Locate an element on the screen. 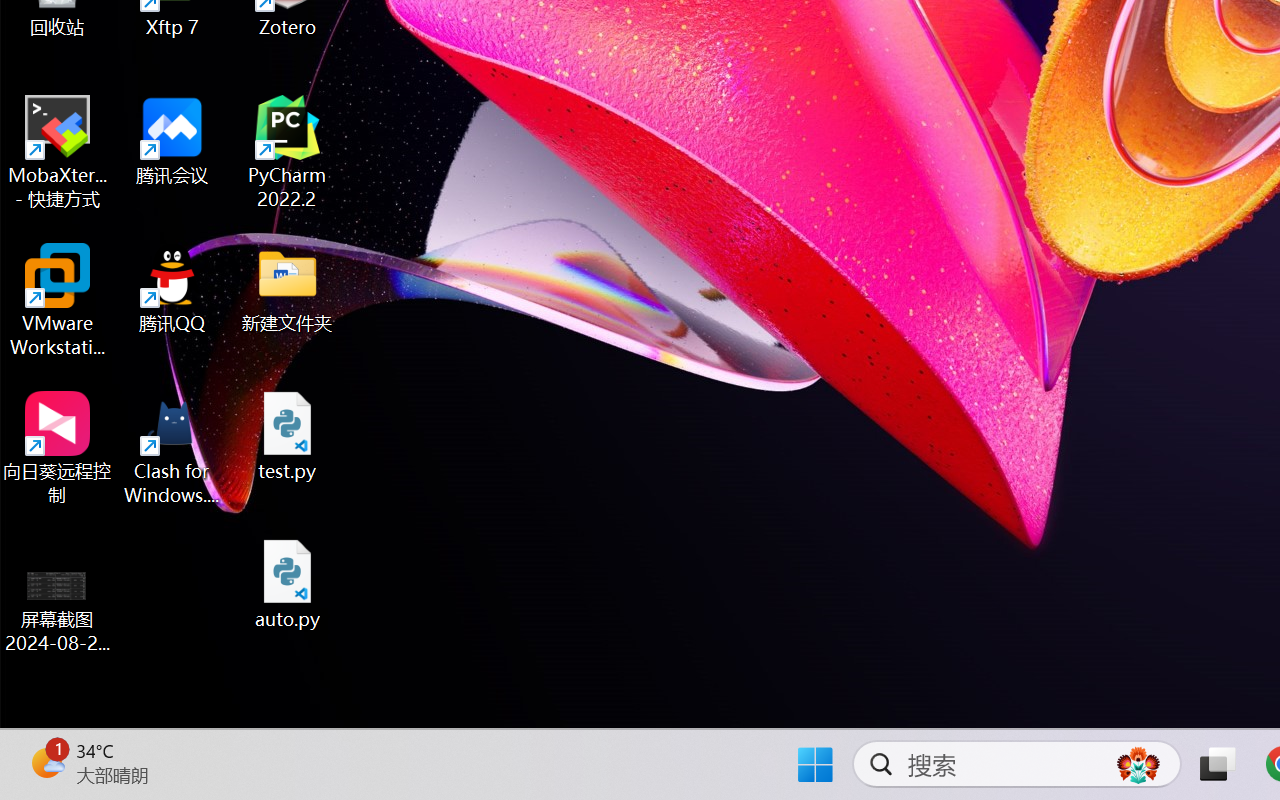  'auto.py' is located at coordinates (287, 583).